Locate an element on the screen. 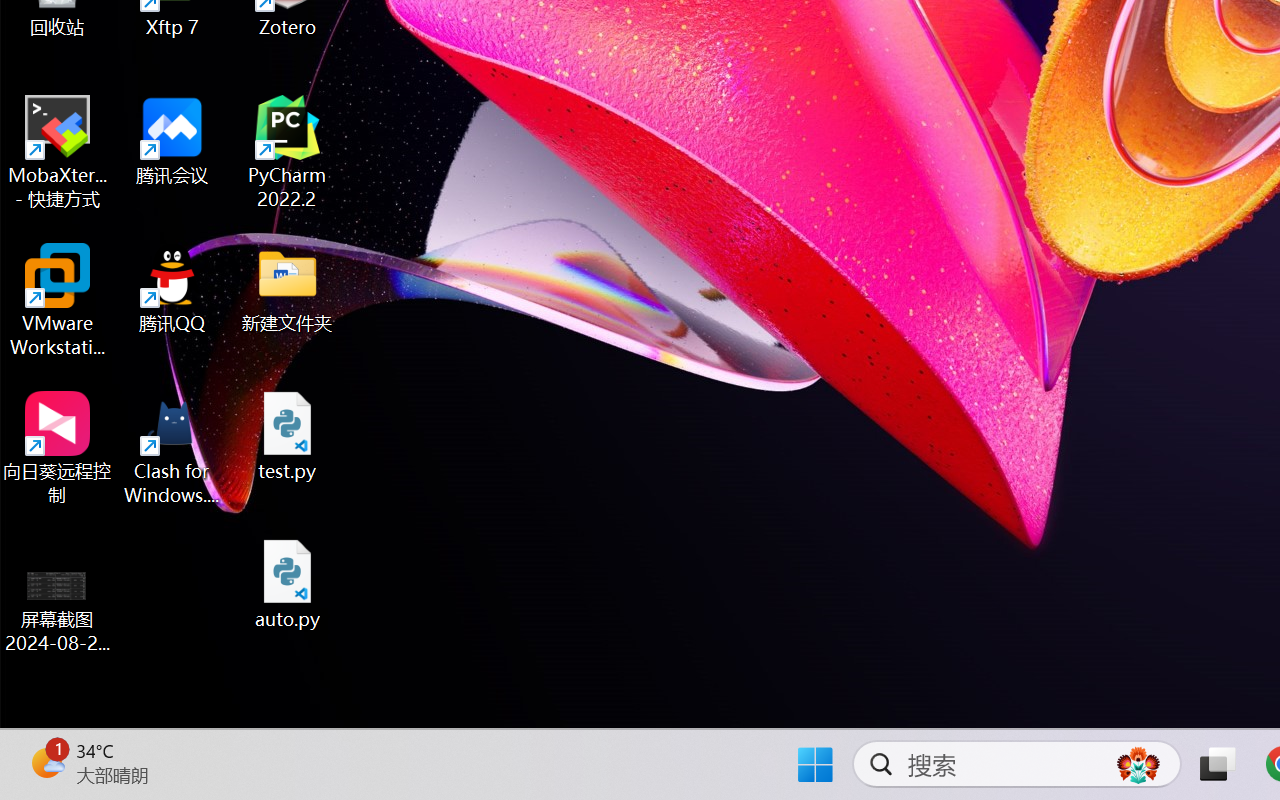  'auto.py' is located at coordinates (287, 583).